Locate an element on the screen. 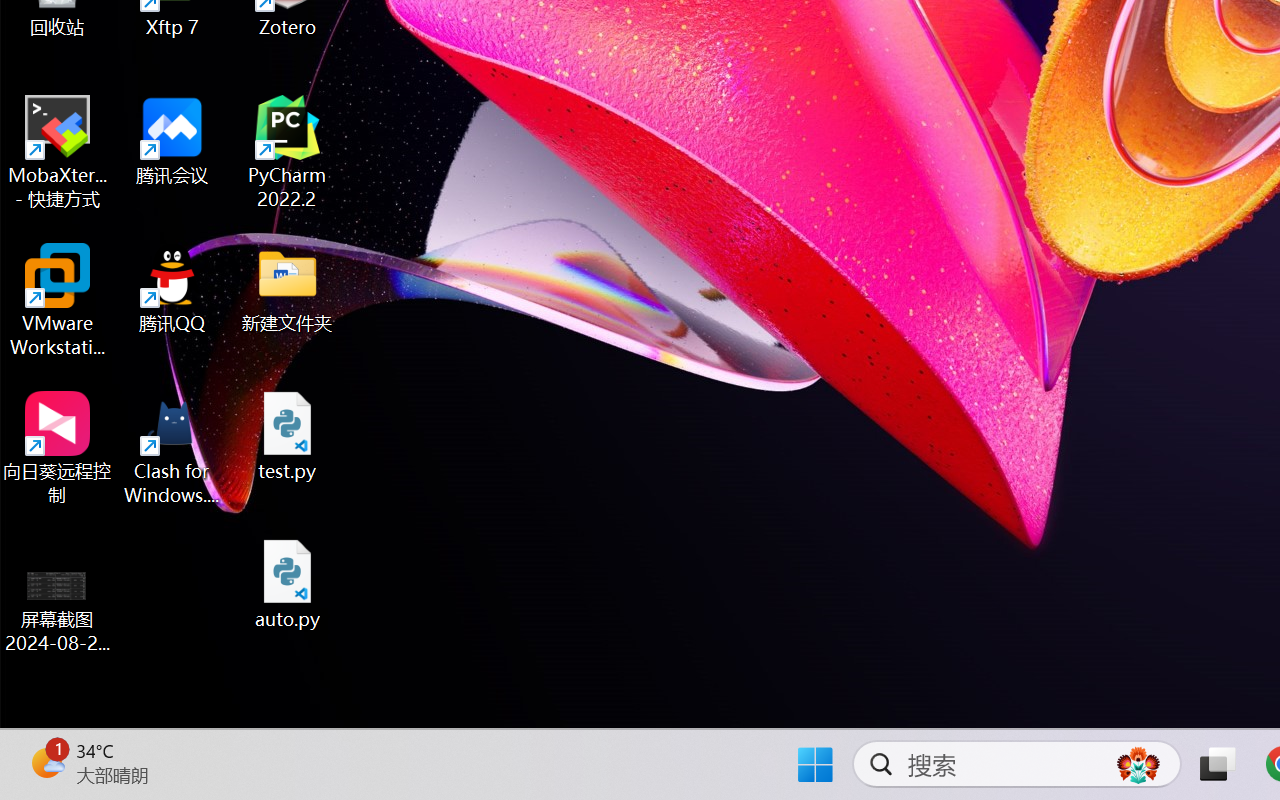  'auto.py' is located at coordinates (287, 583).